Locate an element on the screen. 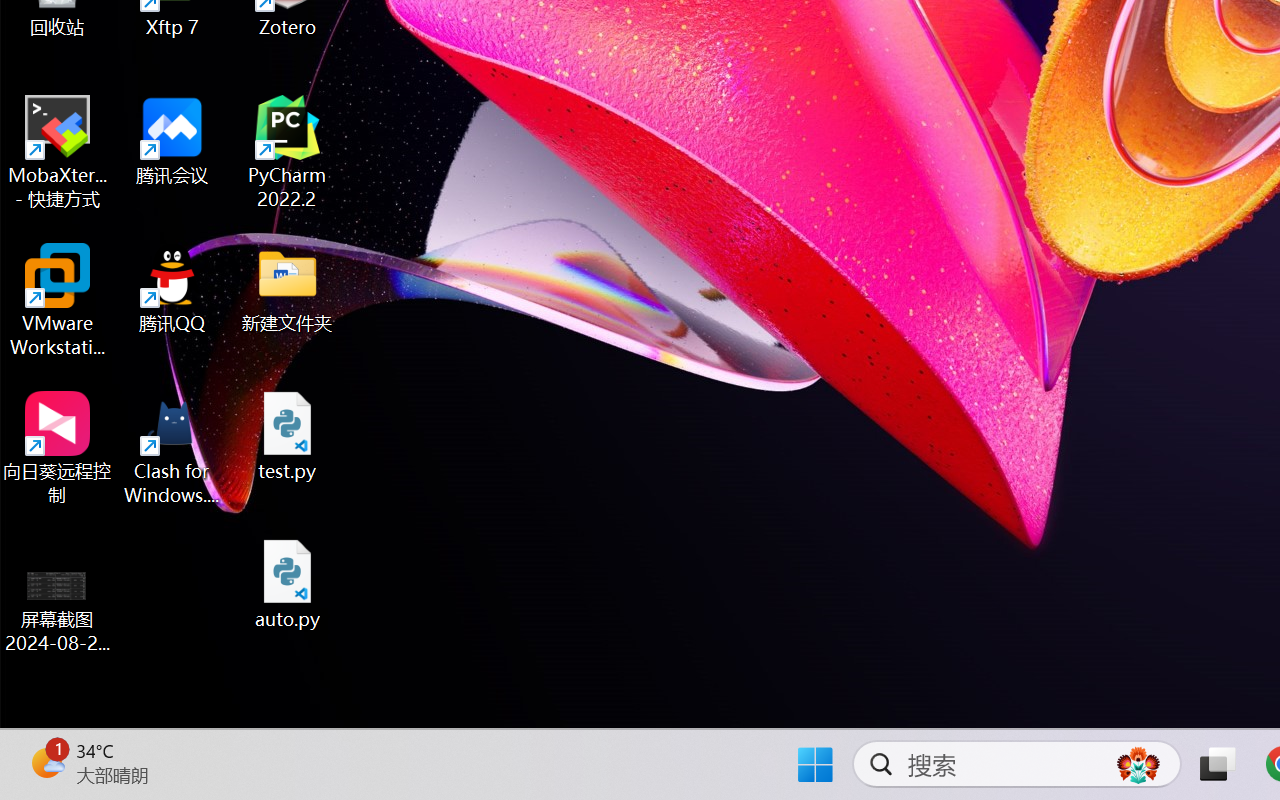  'auto.py' is located at coordinates (287, 583).